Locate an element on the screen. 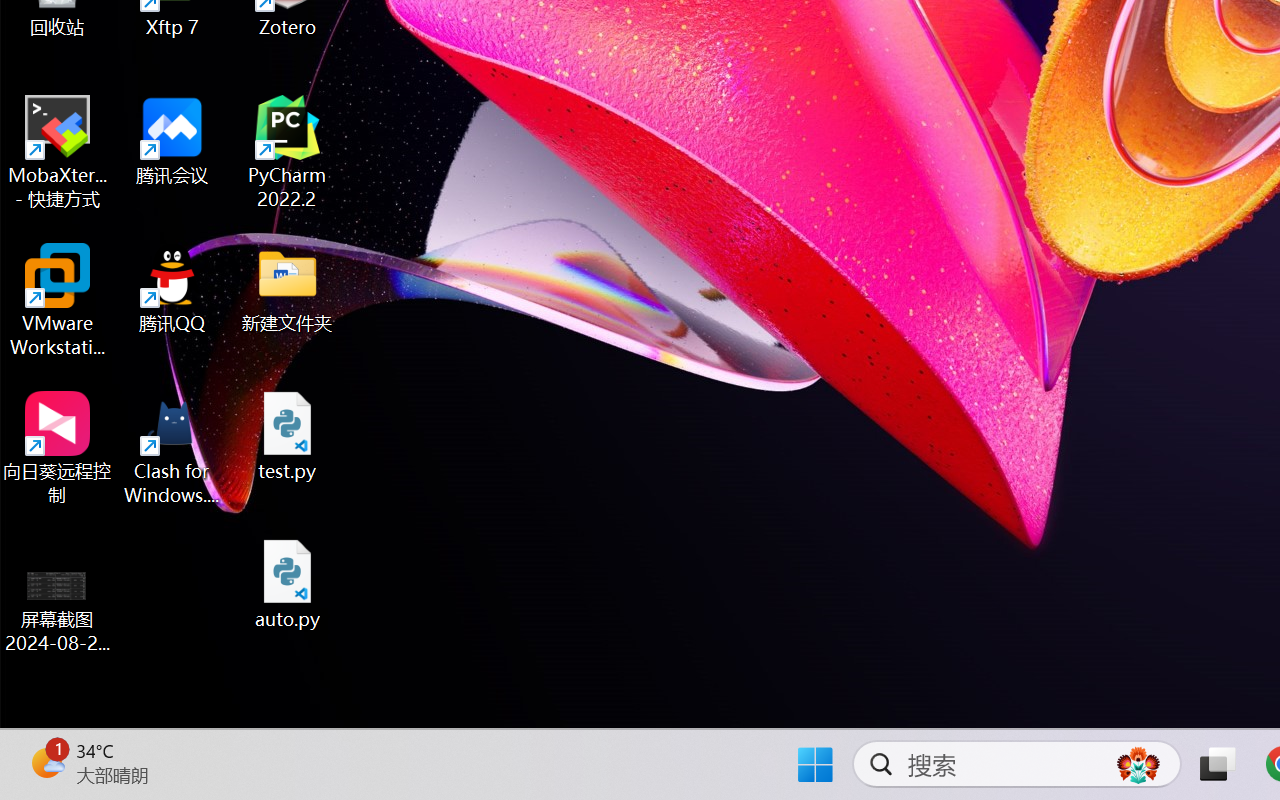  'auto.py' is located at coordinates (287, 583).